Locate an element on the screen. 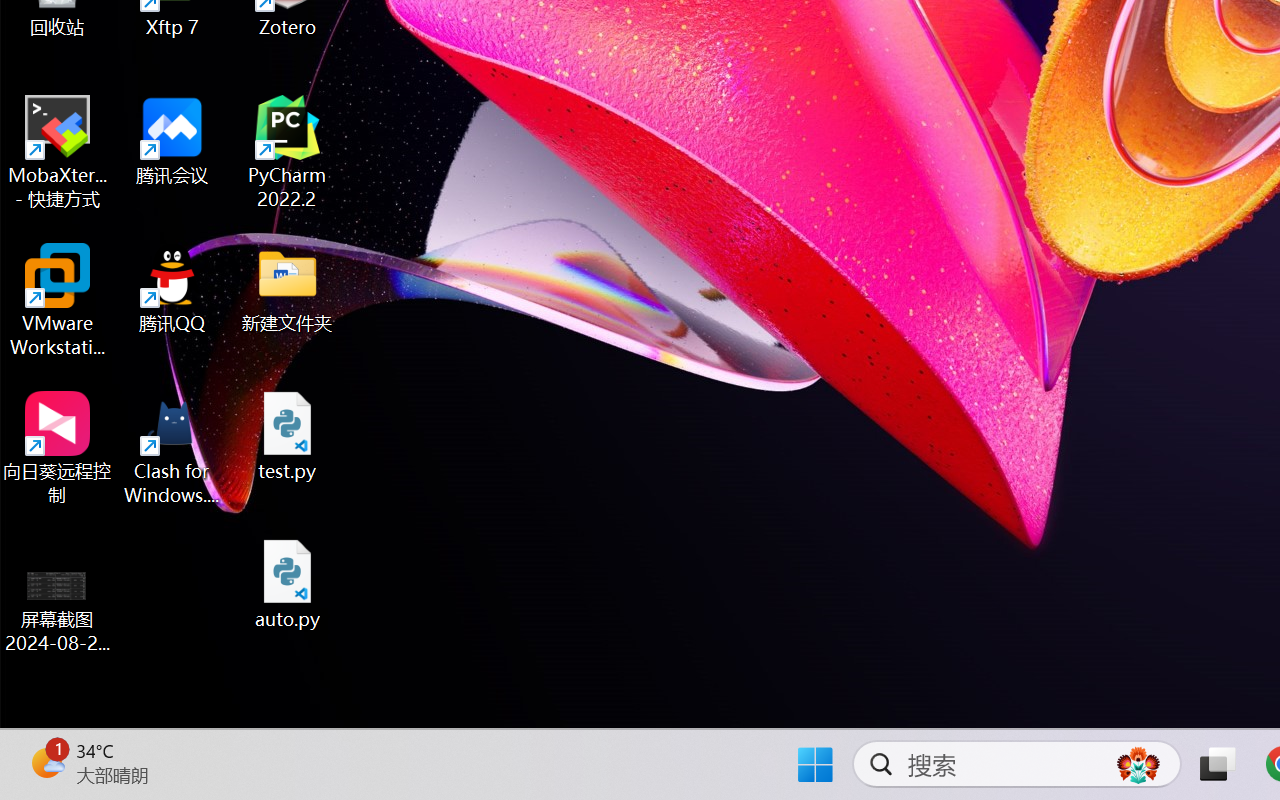  'auto.py' is located at coordinates (287, 583).